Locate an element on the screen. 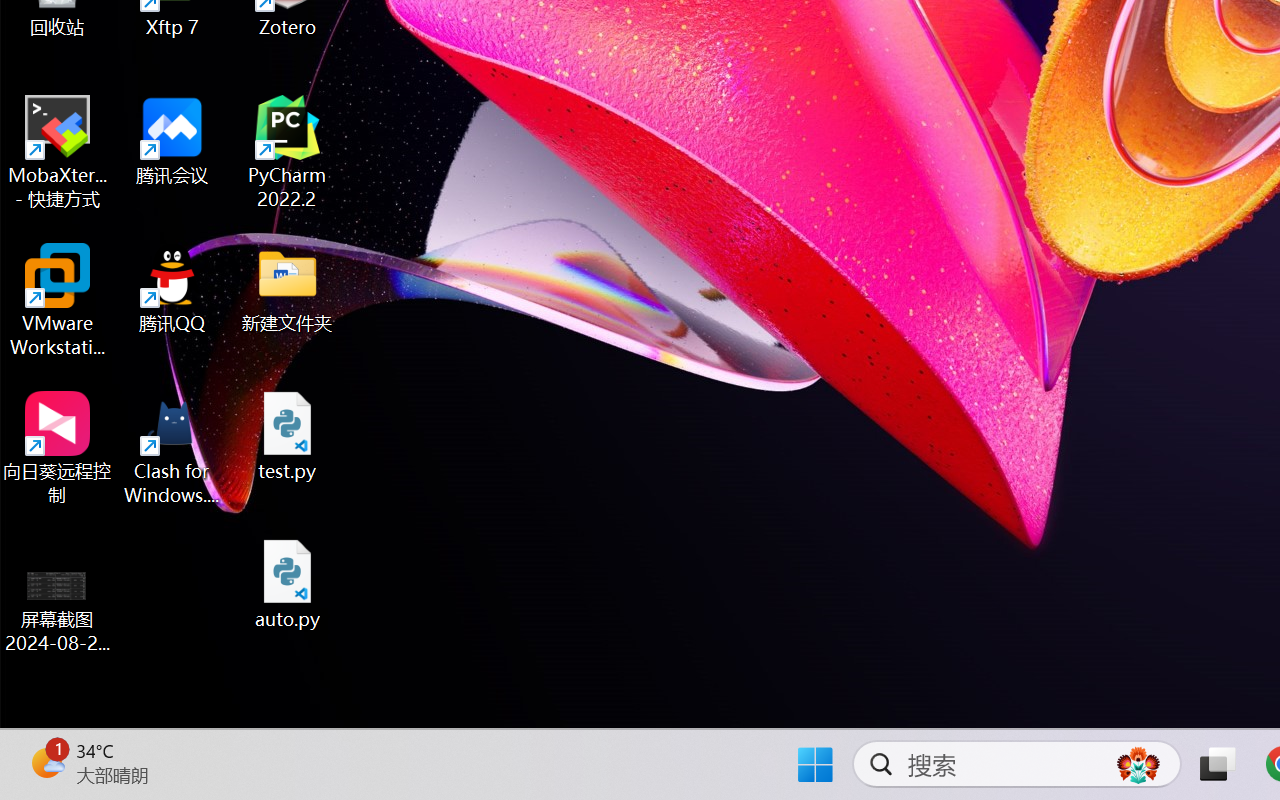  'auto.py' is located at coordinates (287, 583).